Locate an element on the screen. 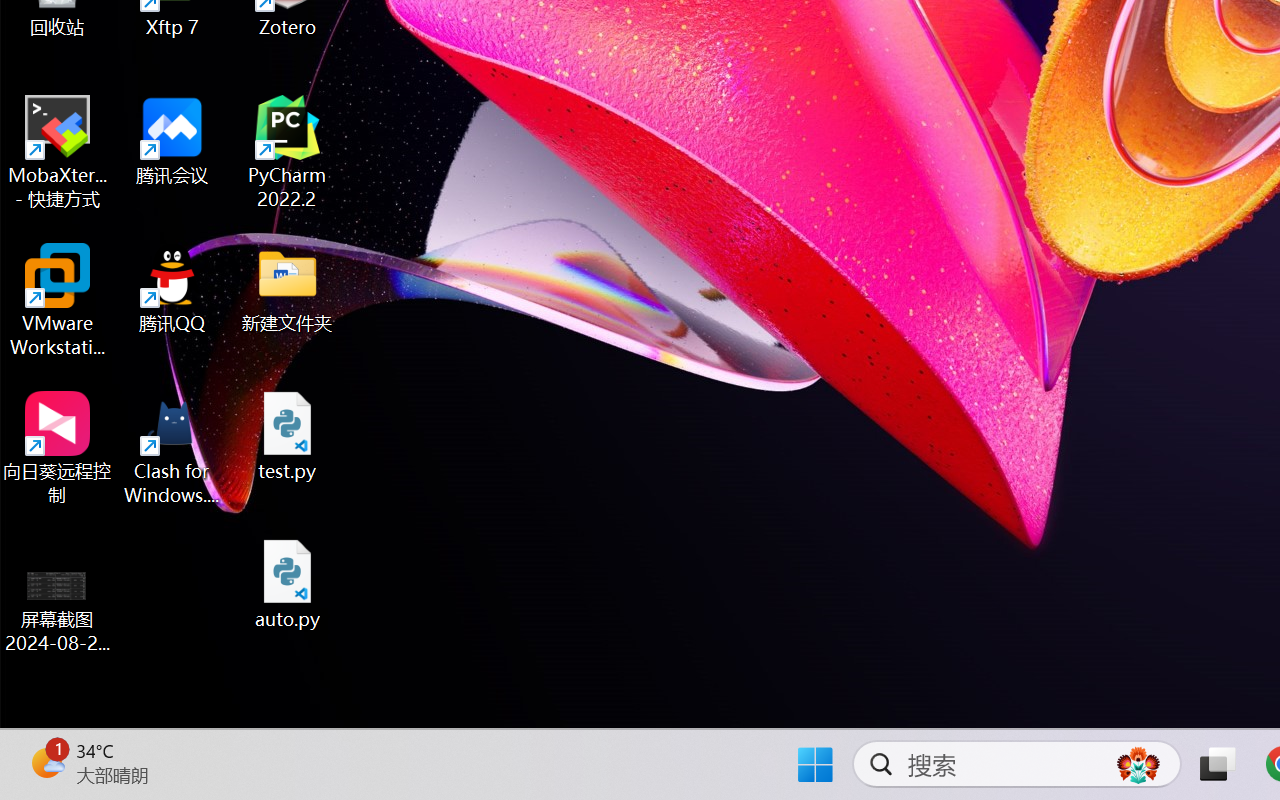  'auto.py' is located at coordinates (287, 583).